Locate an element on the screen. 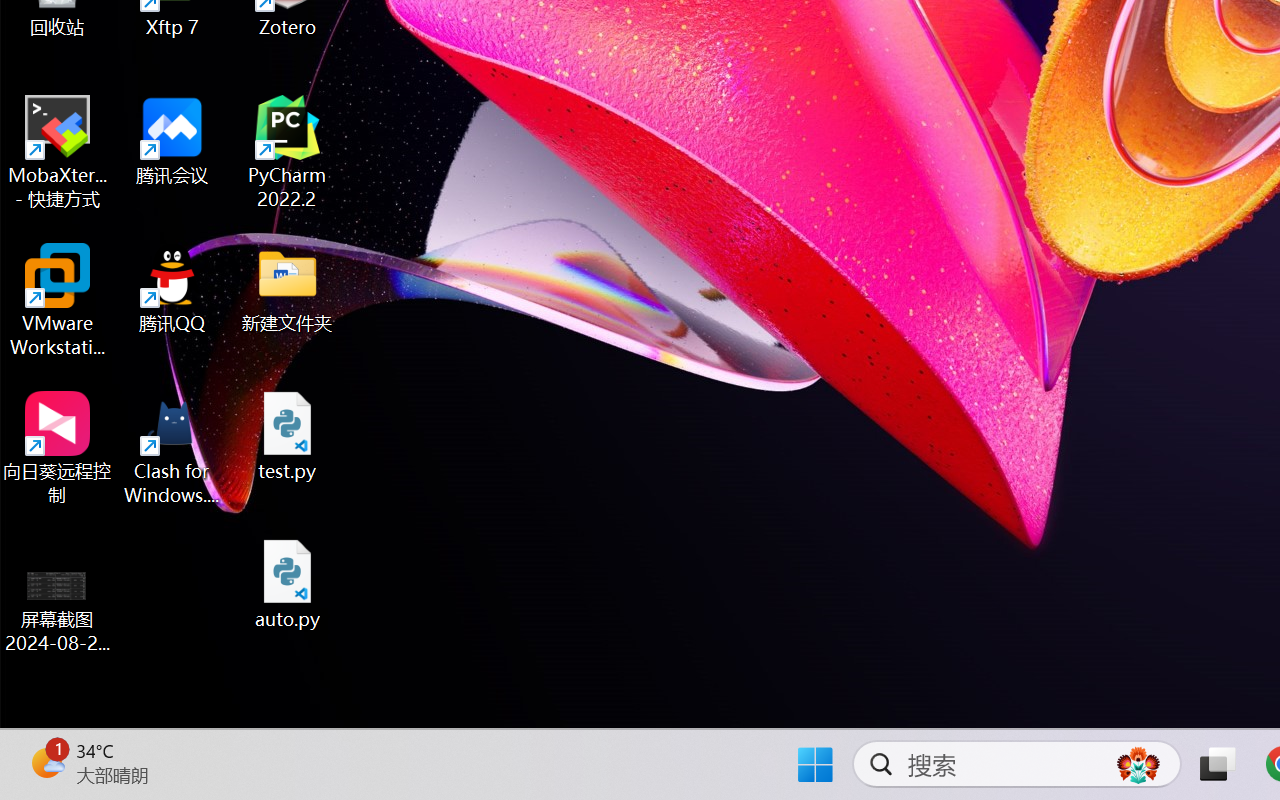  'auto.py' is located at coordinates (287, 583).